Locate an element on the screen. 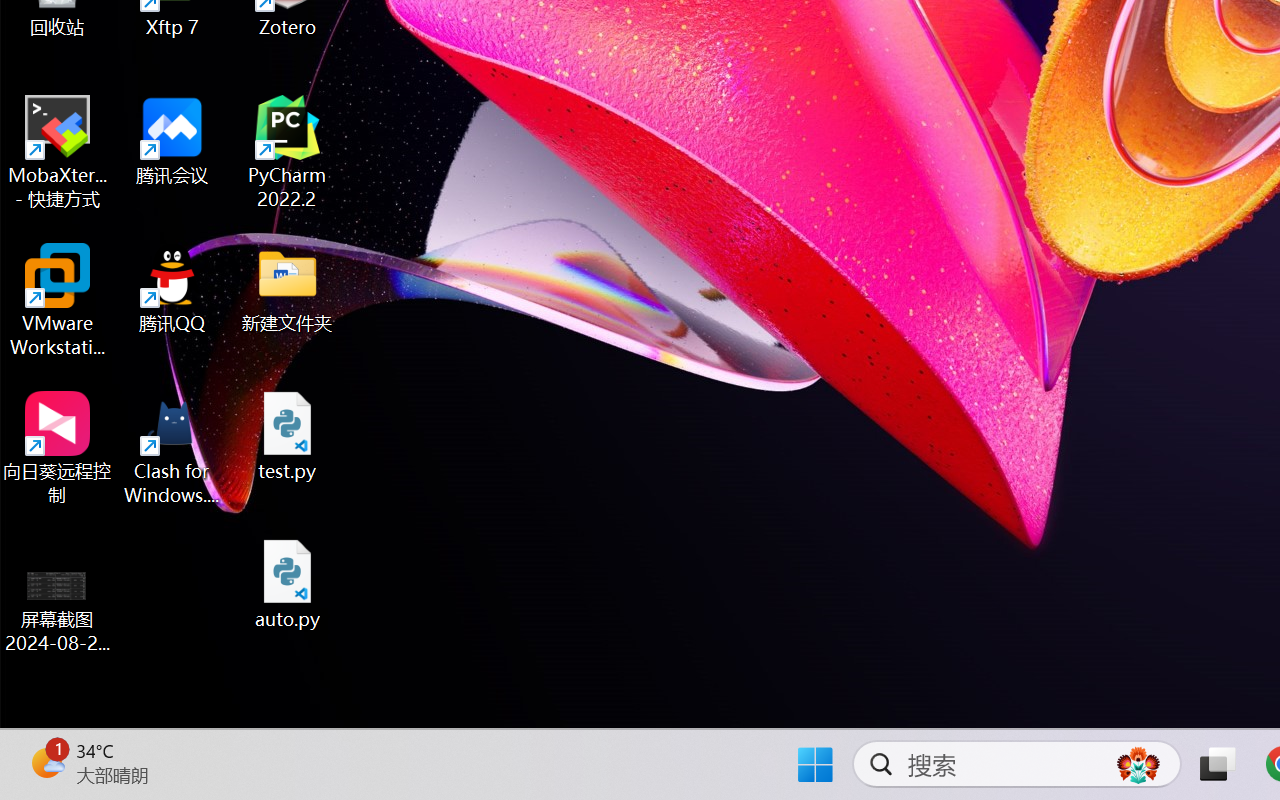  'auto.py' is located at coordinates (287, 583).